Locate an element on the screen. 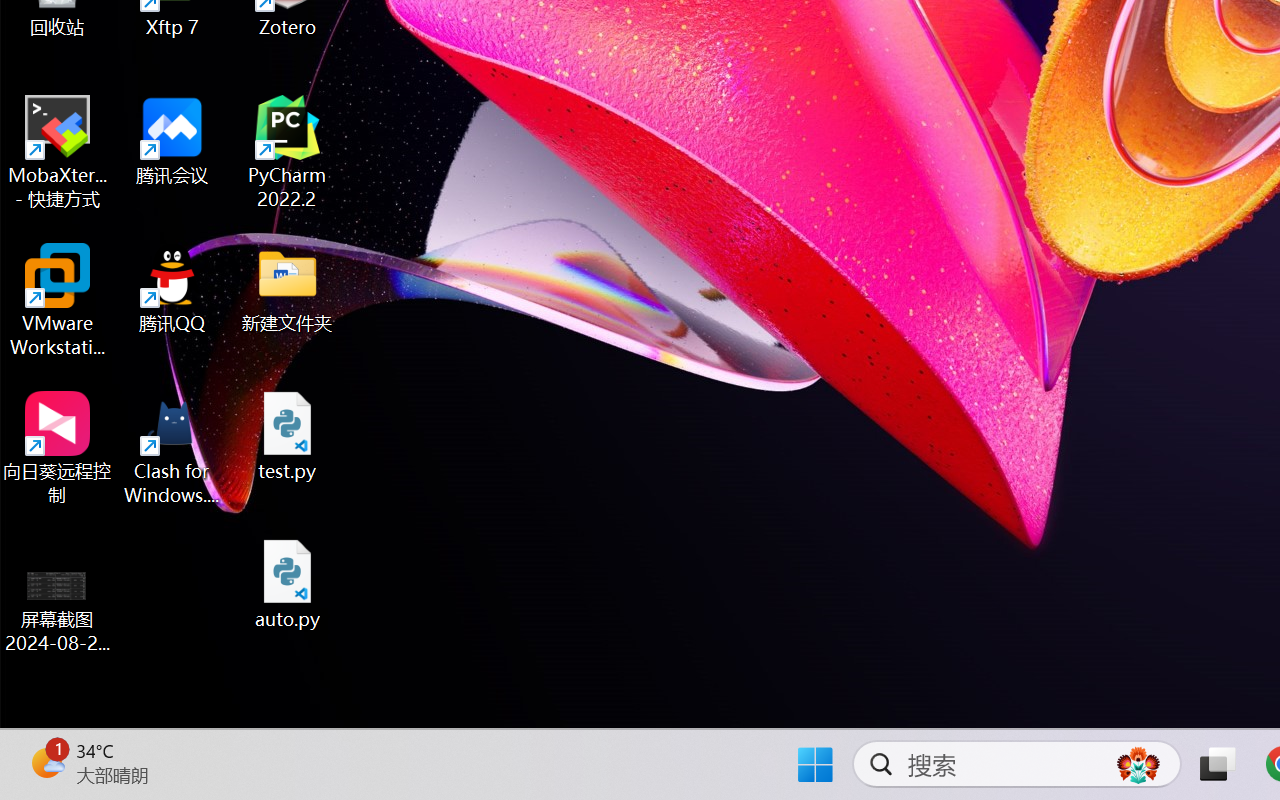  'auto.py' is located at coordinates (287, 583).